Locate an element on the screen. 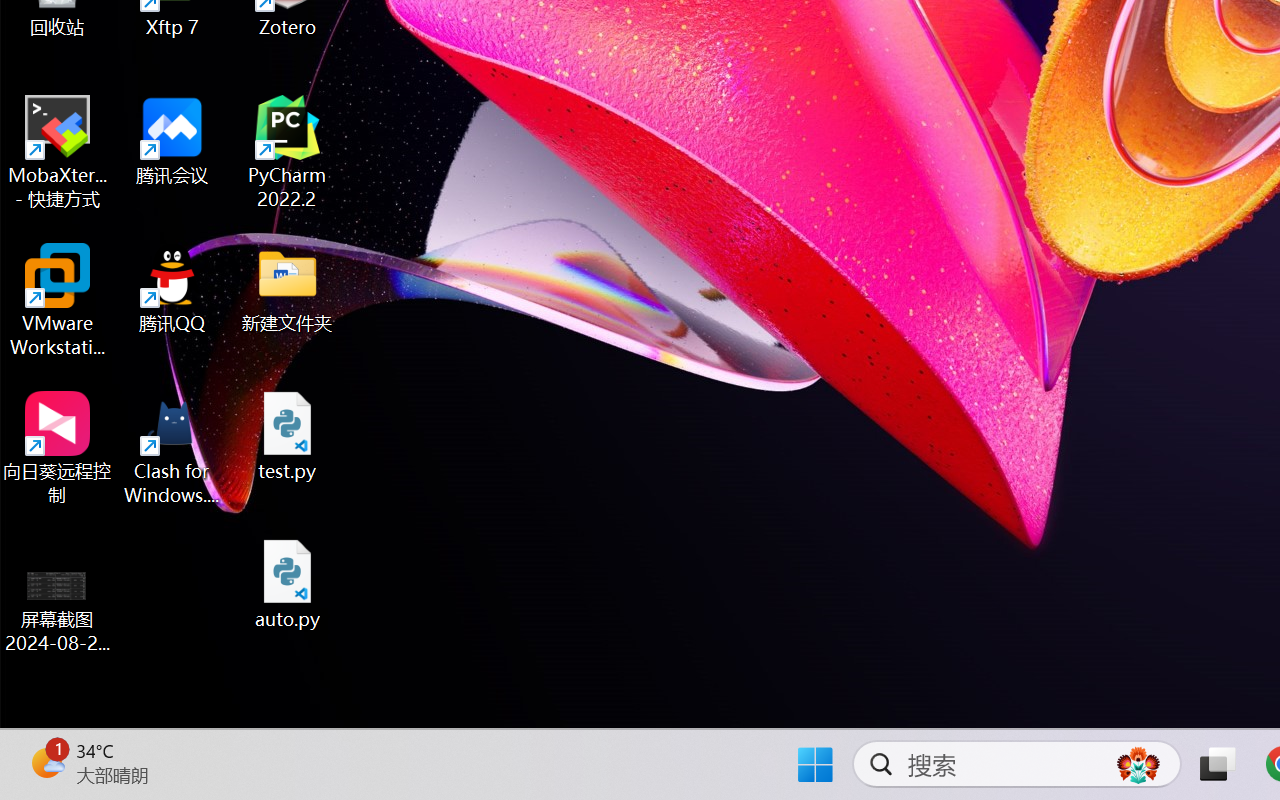  'auto.py' is located at coordinates (287, 583).